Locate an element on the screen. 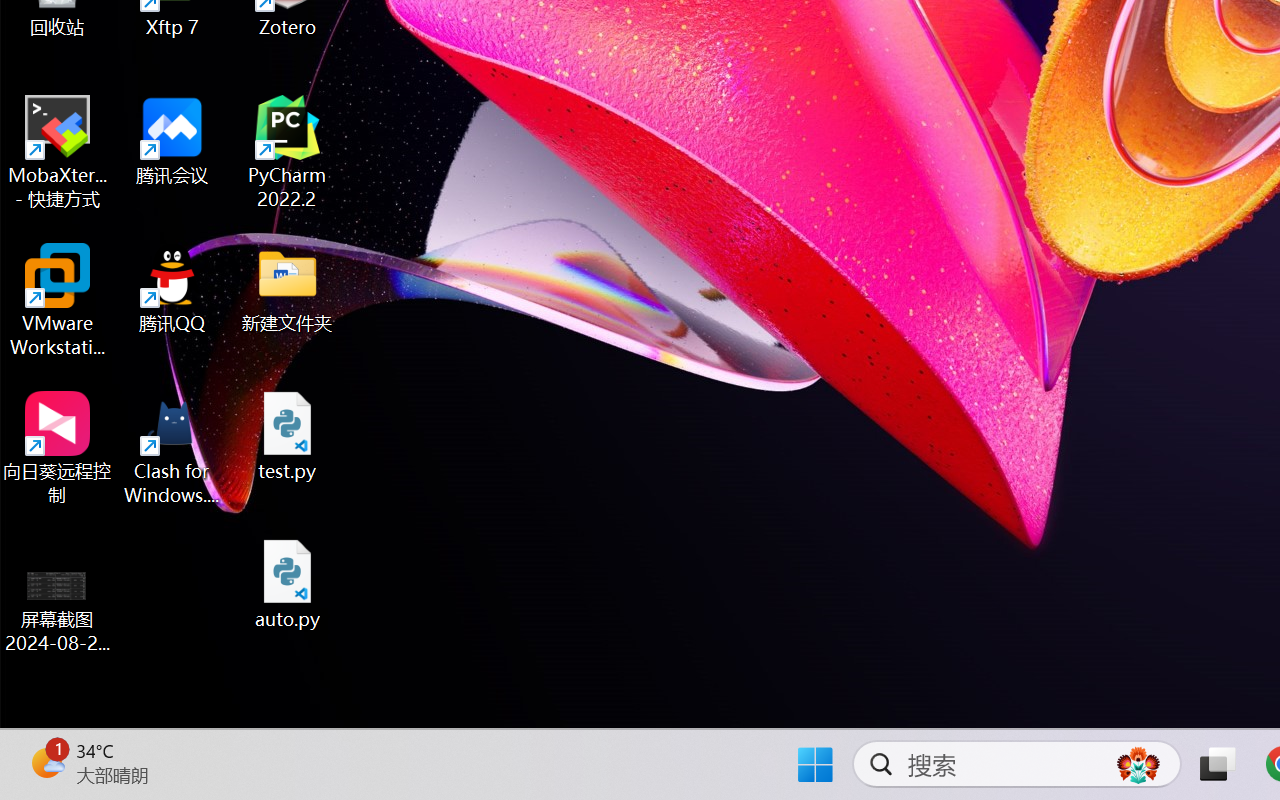  'auto.py' is located at coordinates (287, 583).